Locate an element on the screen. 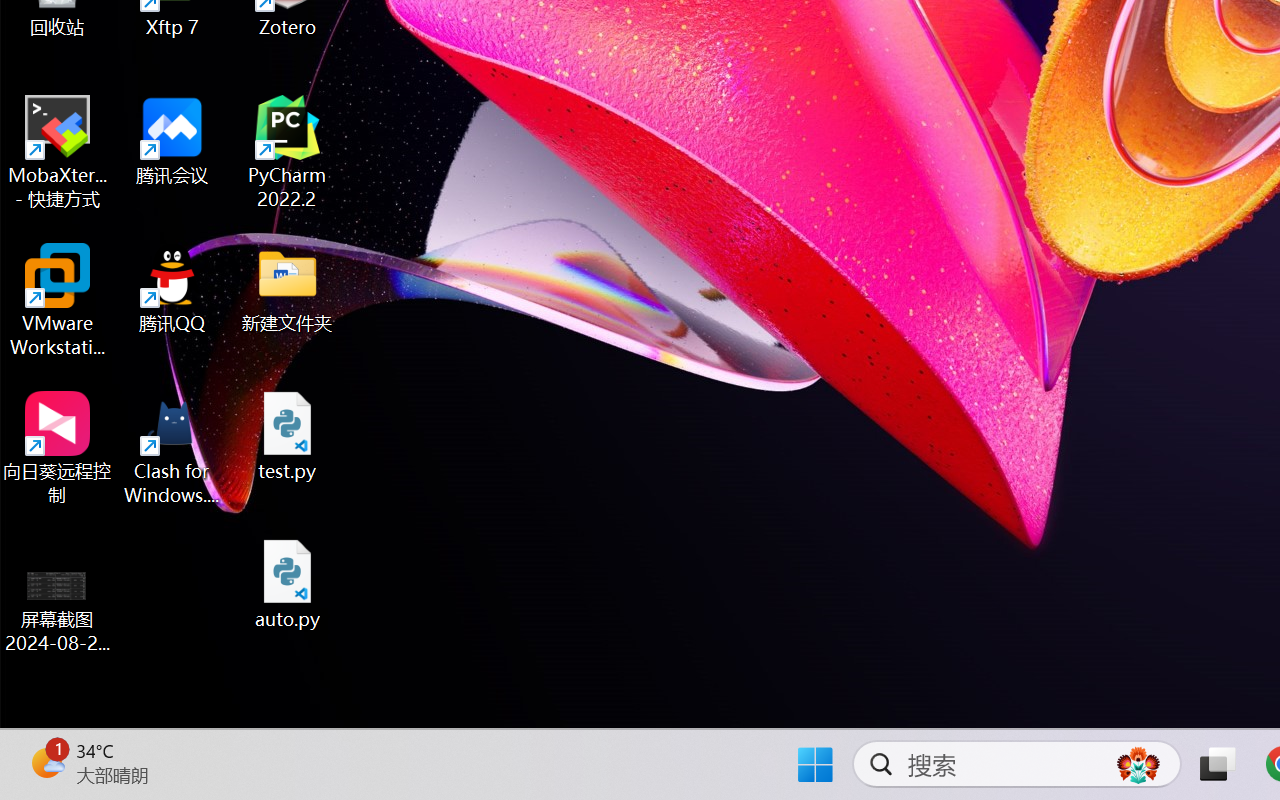  'auto.py' is located at coordinates (287, 583).